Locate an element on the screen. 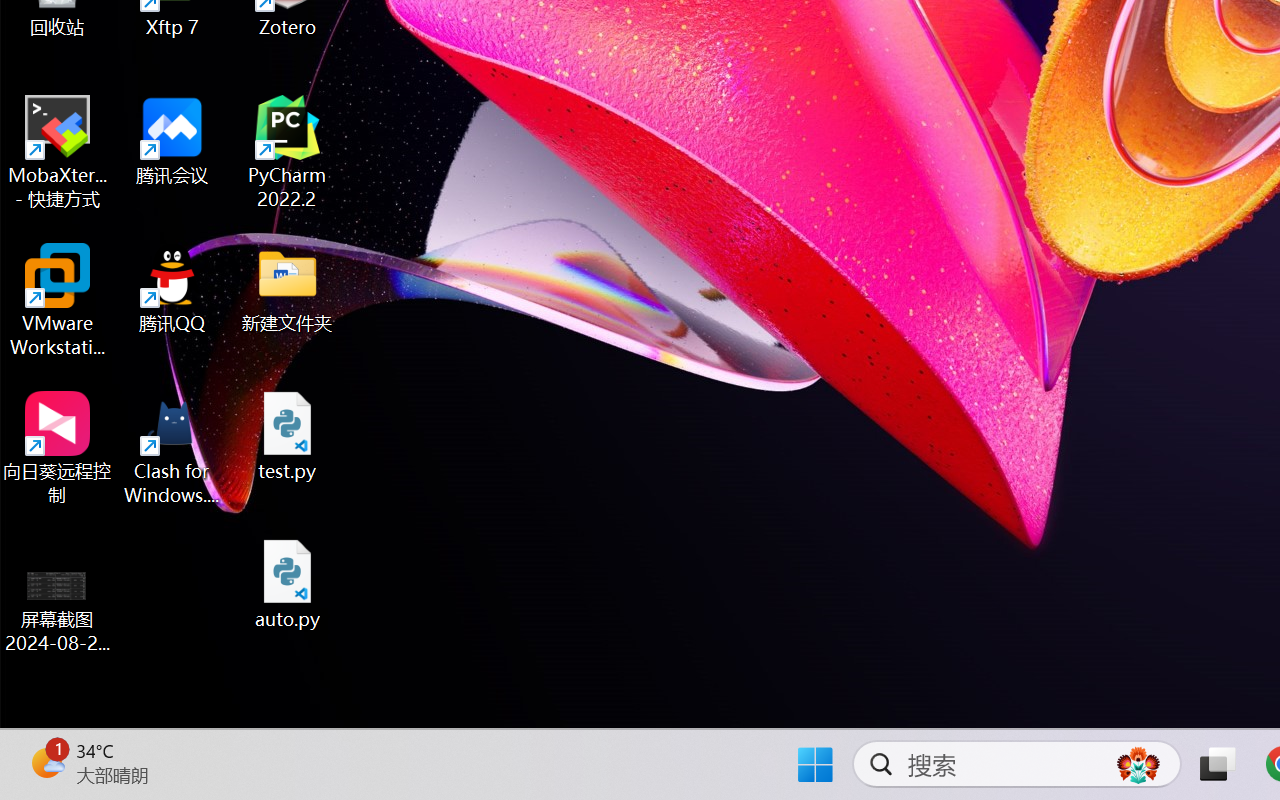  'auto.py' is located at coordinates (287, 583).